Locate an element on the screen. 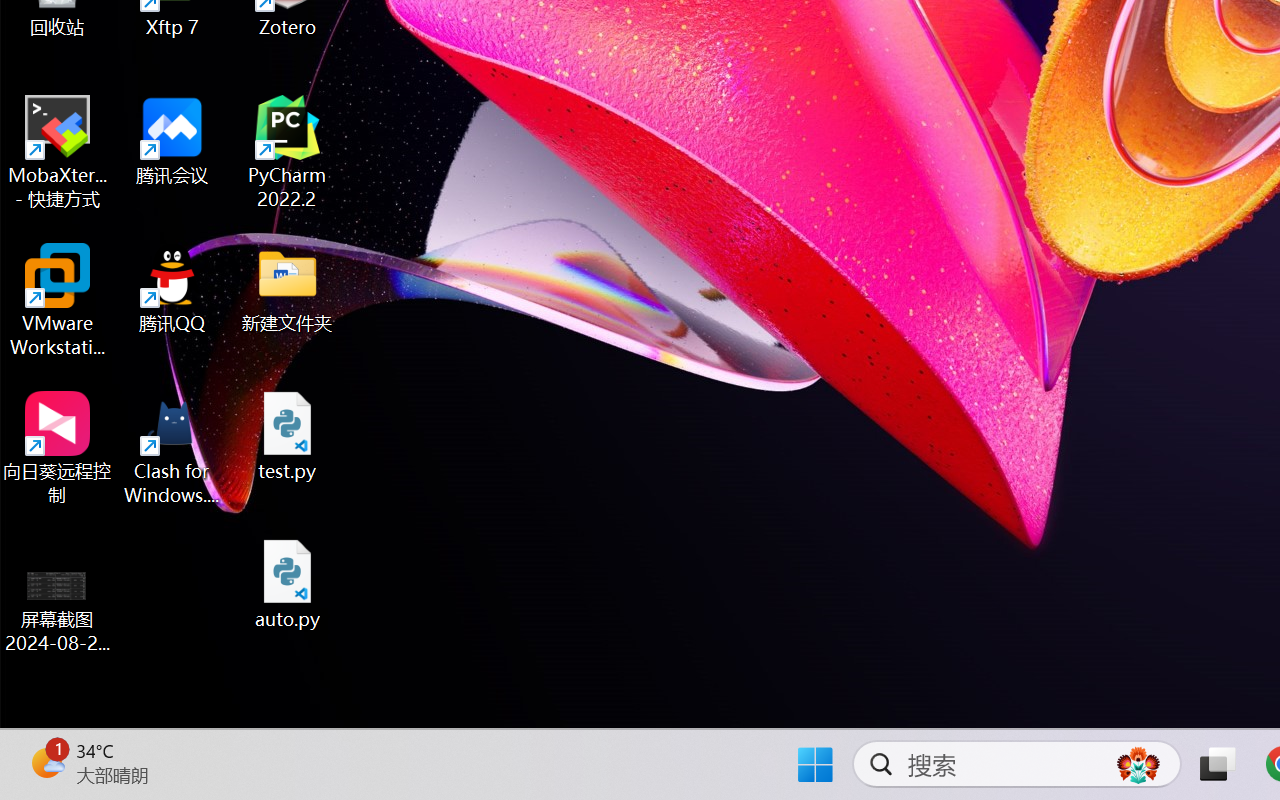  'auto.py' is located at coordinates (287, 583).